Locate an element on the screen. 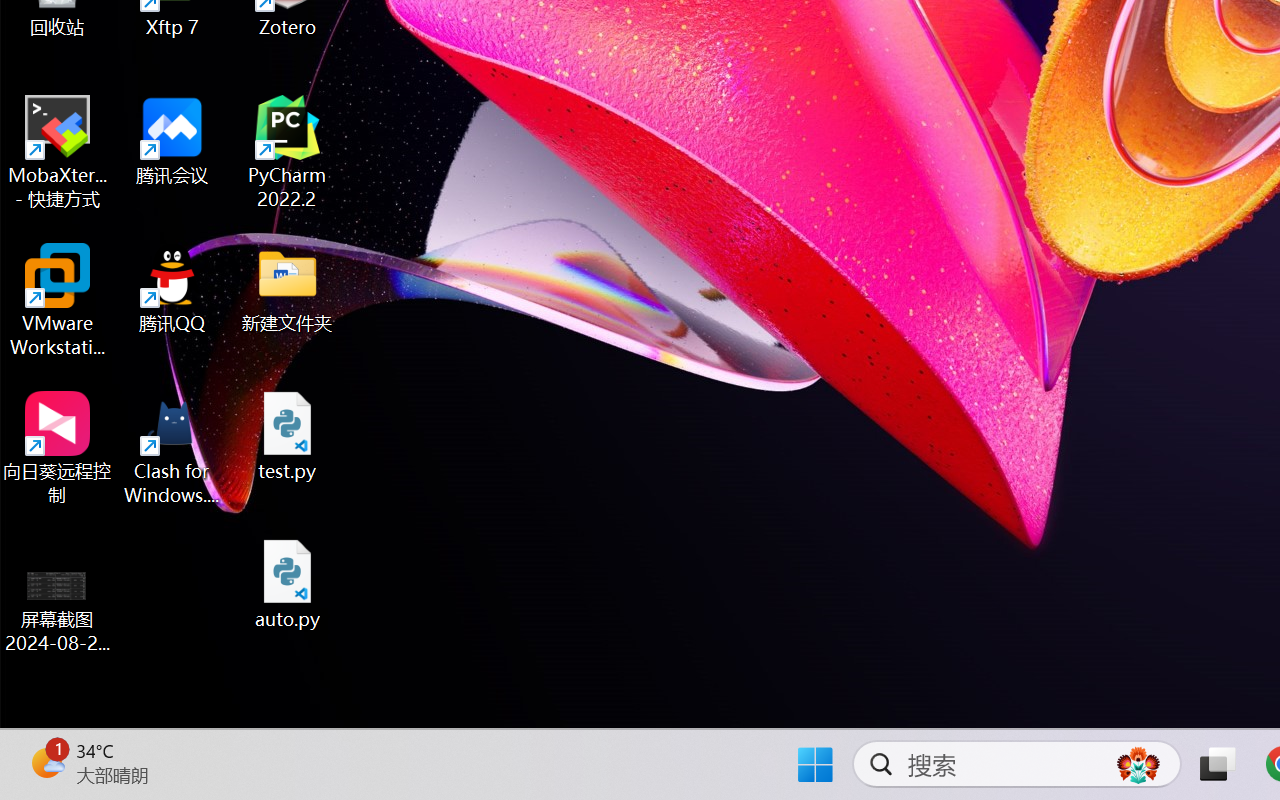  'auto.py' is located at coordinates (287, 583).